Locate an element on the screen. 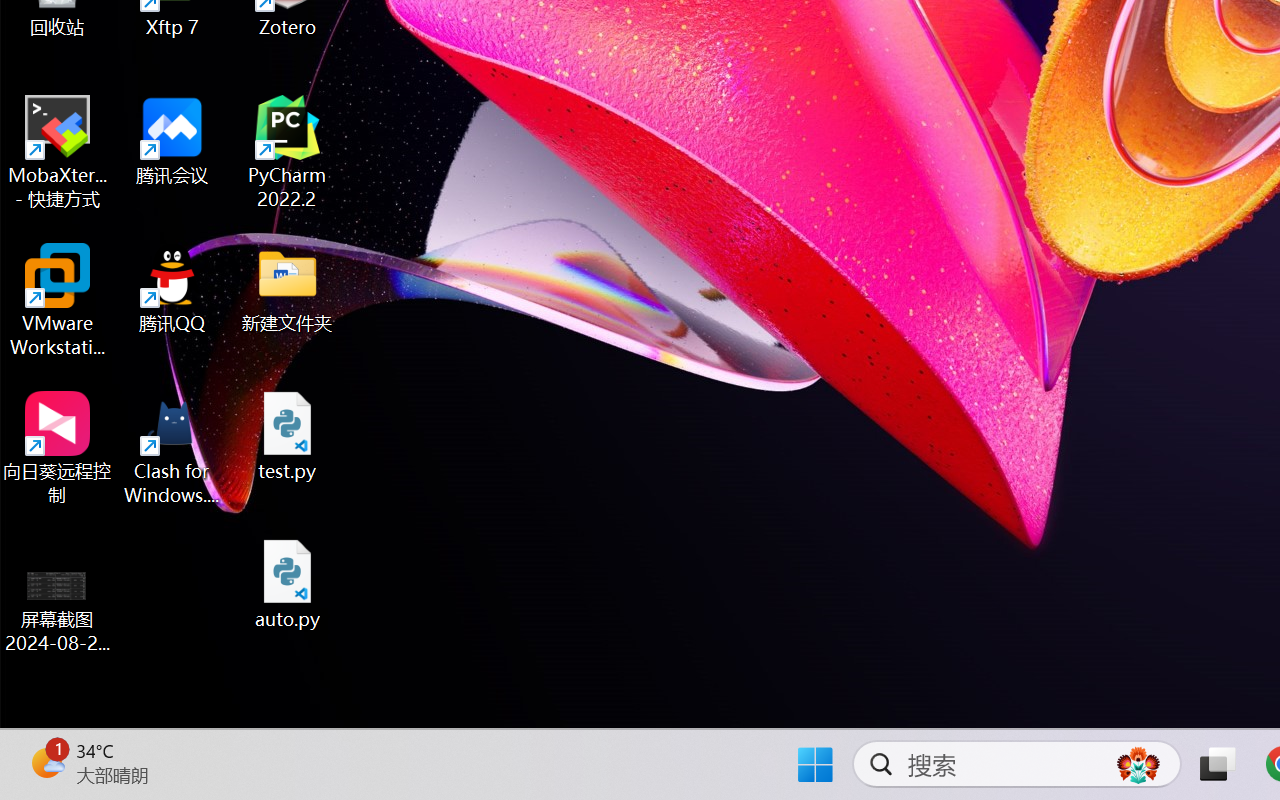  'auto.py' is located at coordinates (287, 583).